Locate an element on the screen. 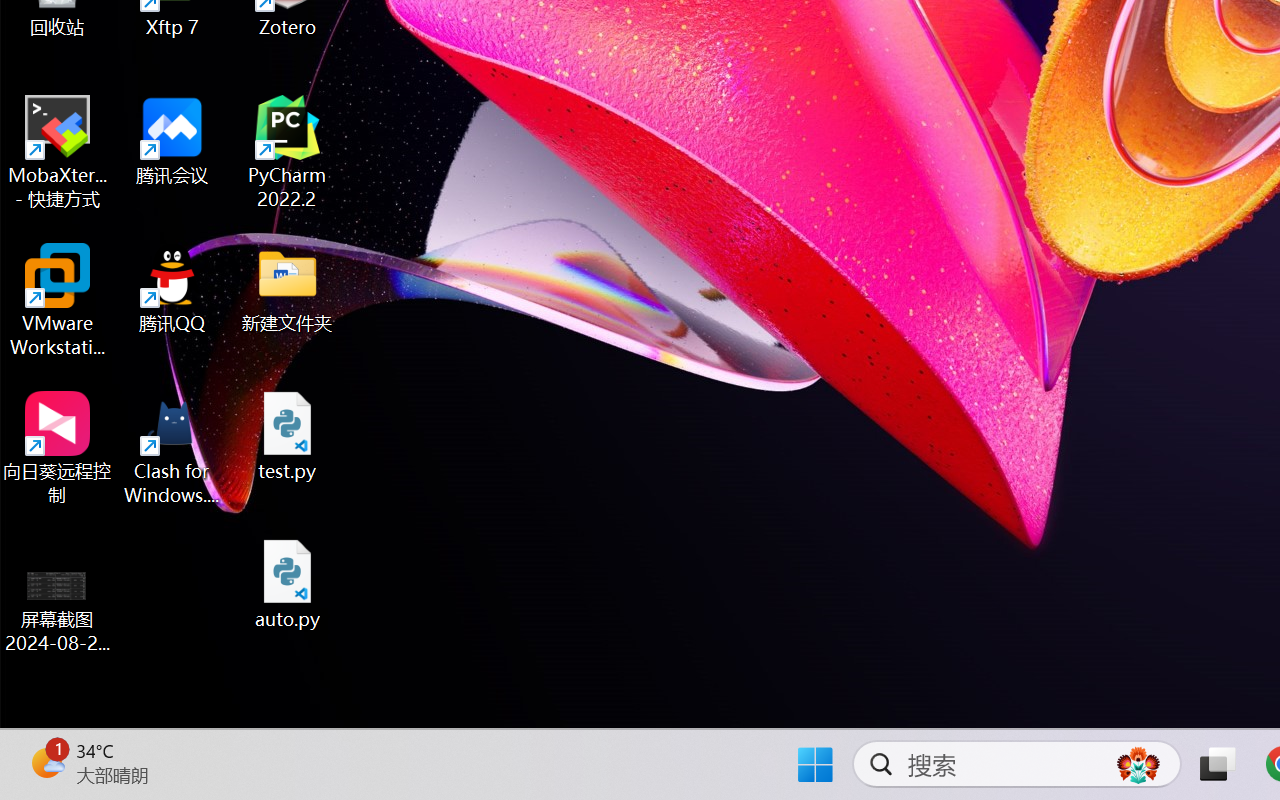  'auto.py' is located at coordinates (287, 583).